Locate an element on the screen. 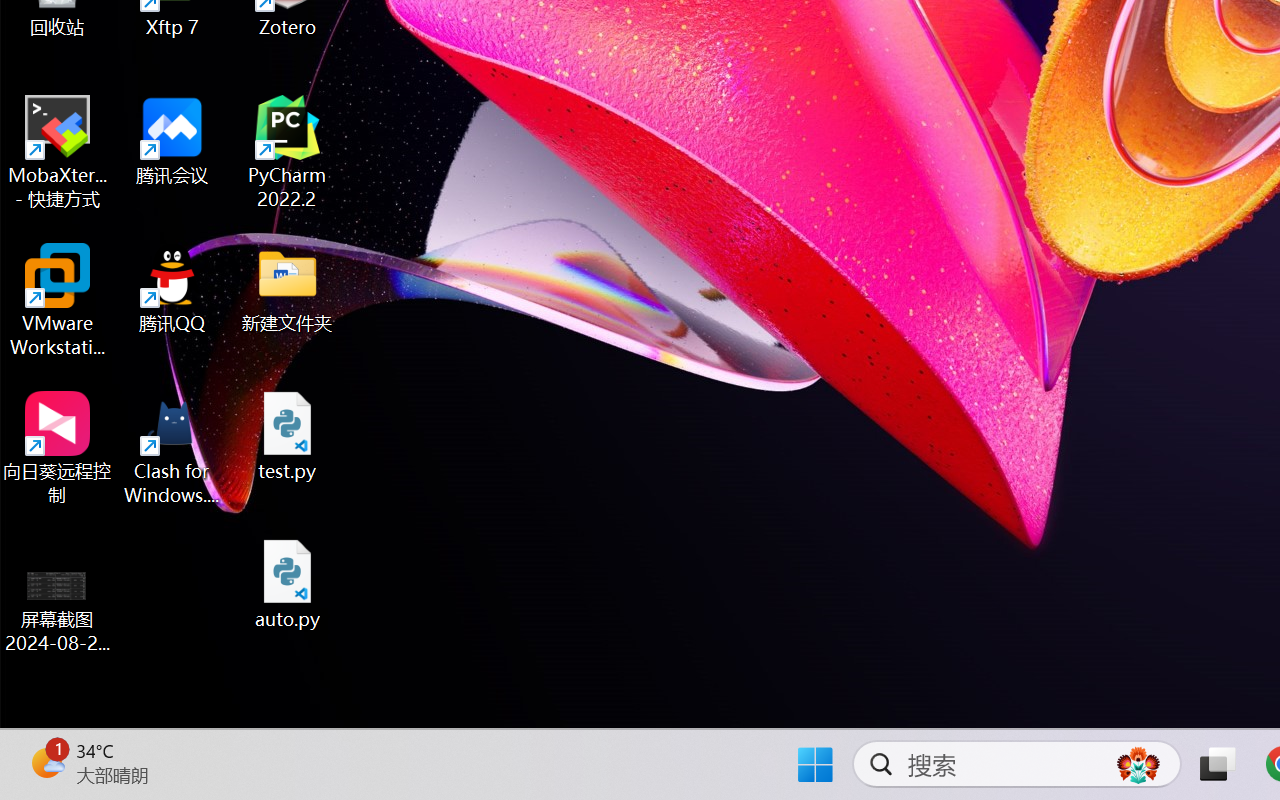  'auto.py' is located at coordinates (287, 583).